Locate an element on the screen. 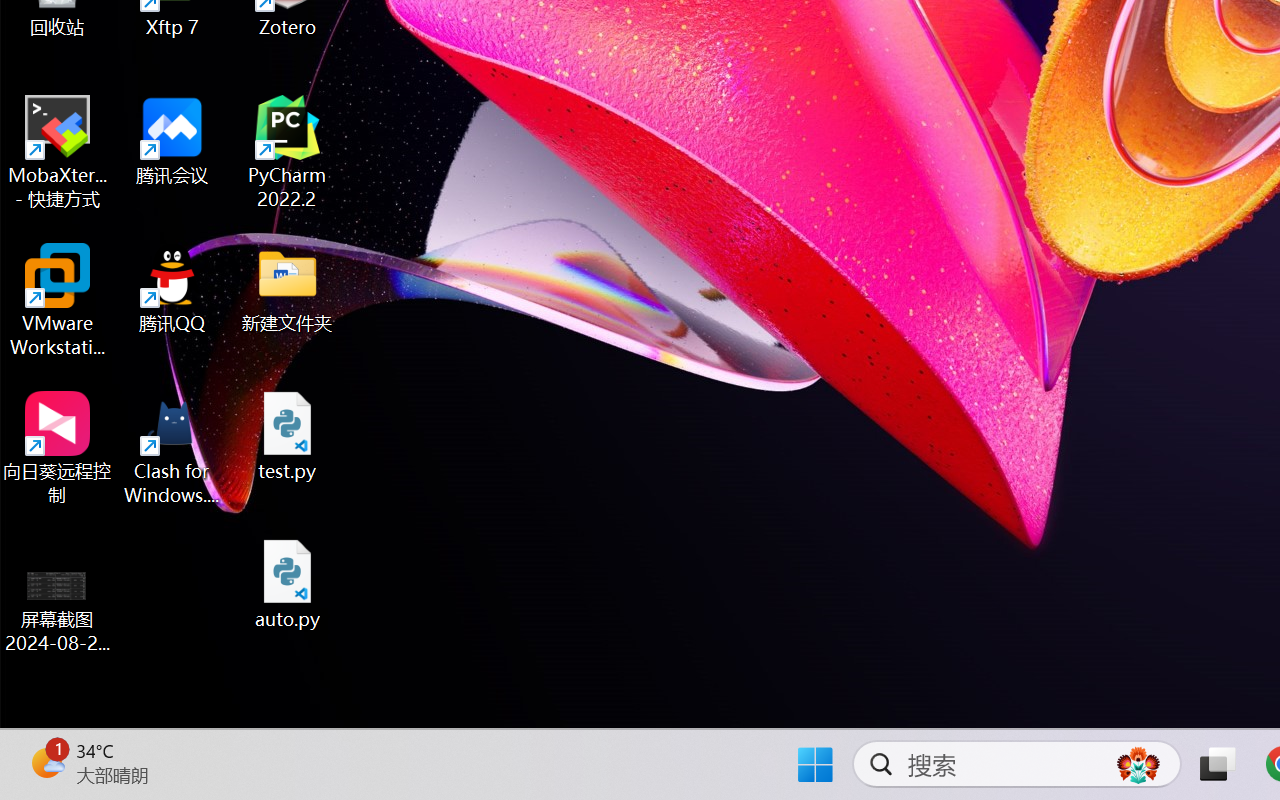  'auto.py' is located at coordinates (287, 583).